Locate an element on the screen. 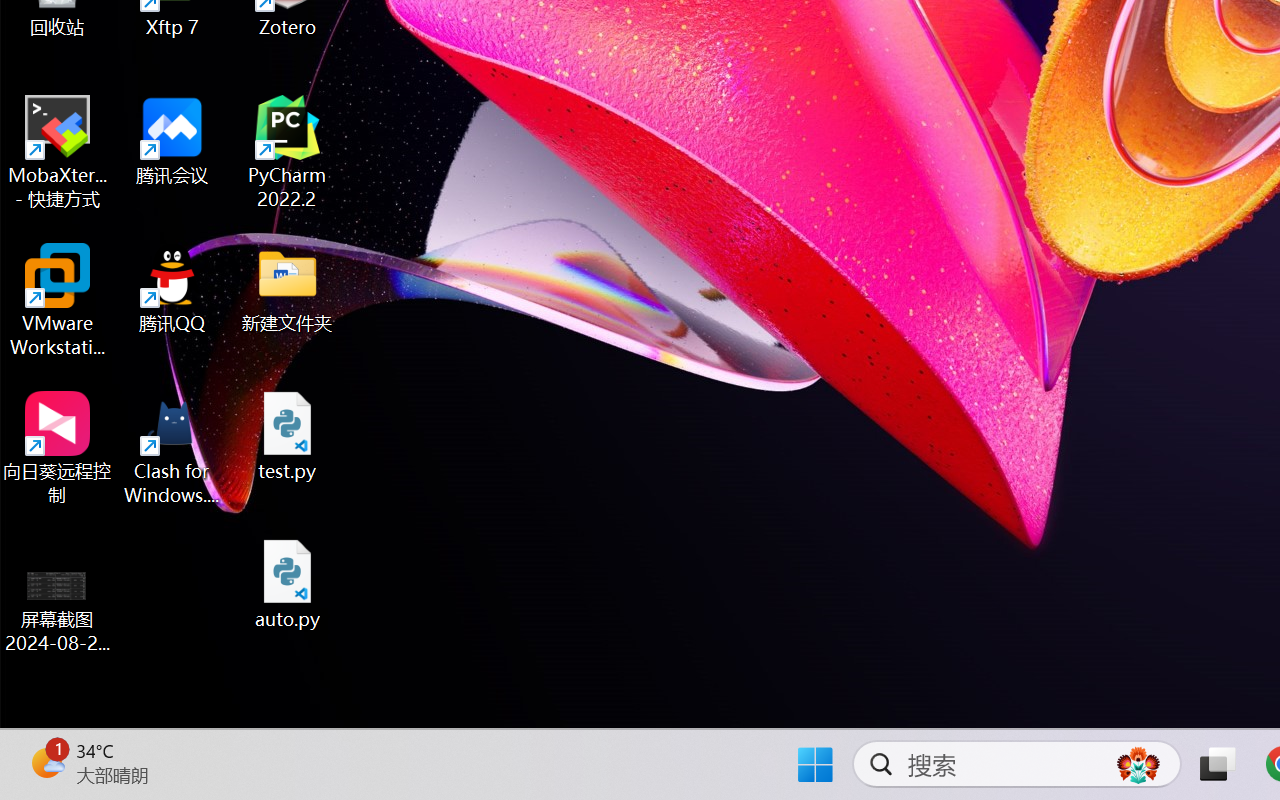  'auto.py' is located at coordinates (287, 583).